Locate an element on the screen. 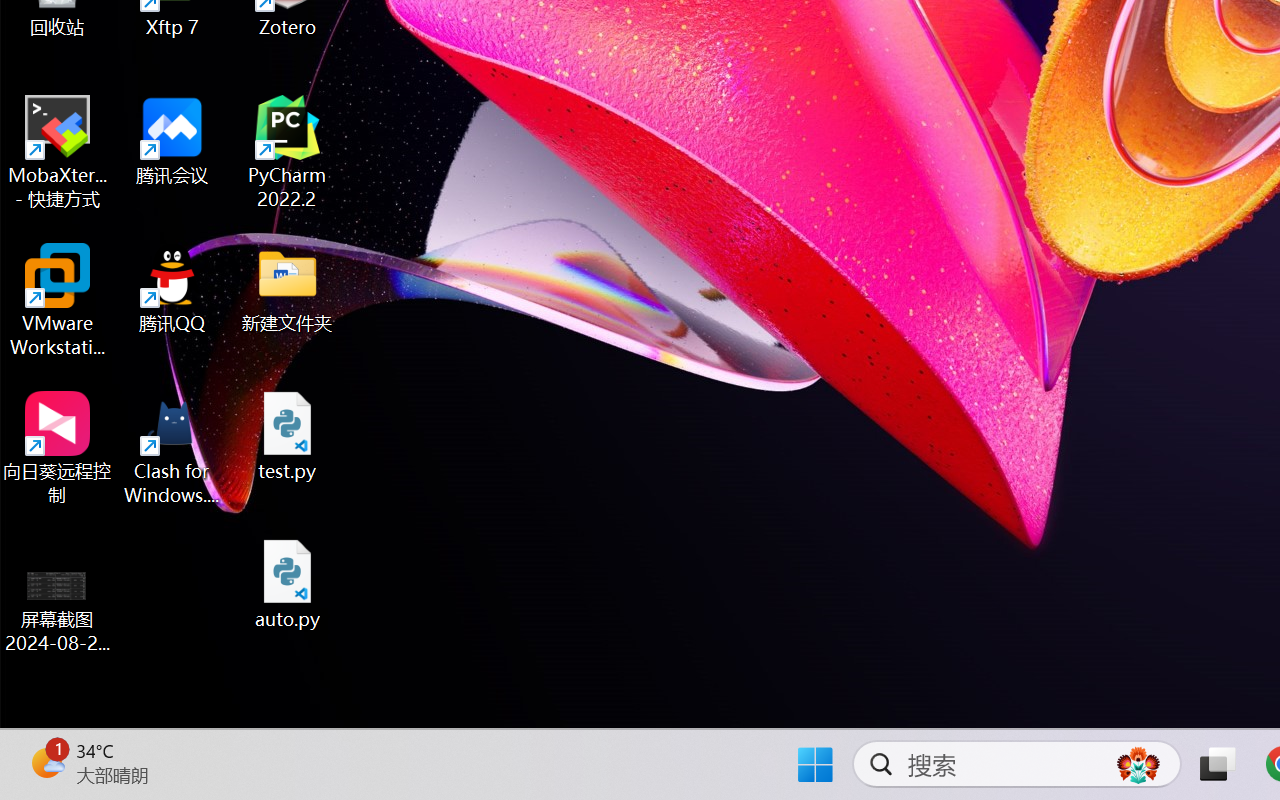  'auto.py' is located at coordinates (287, 583).